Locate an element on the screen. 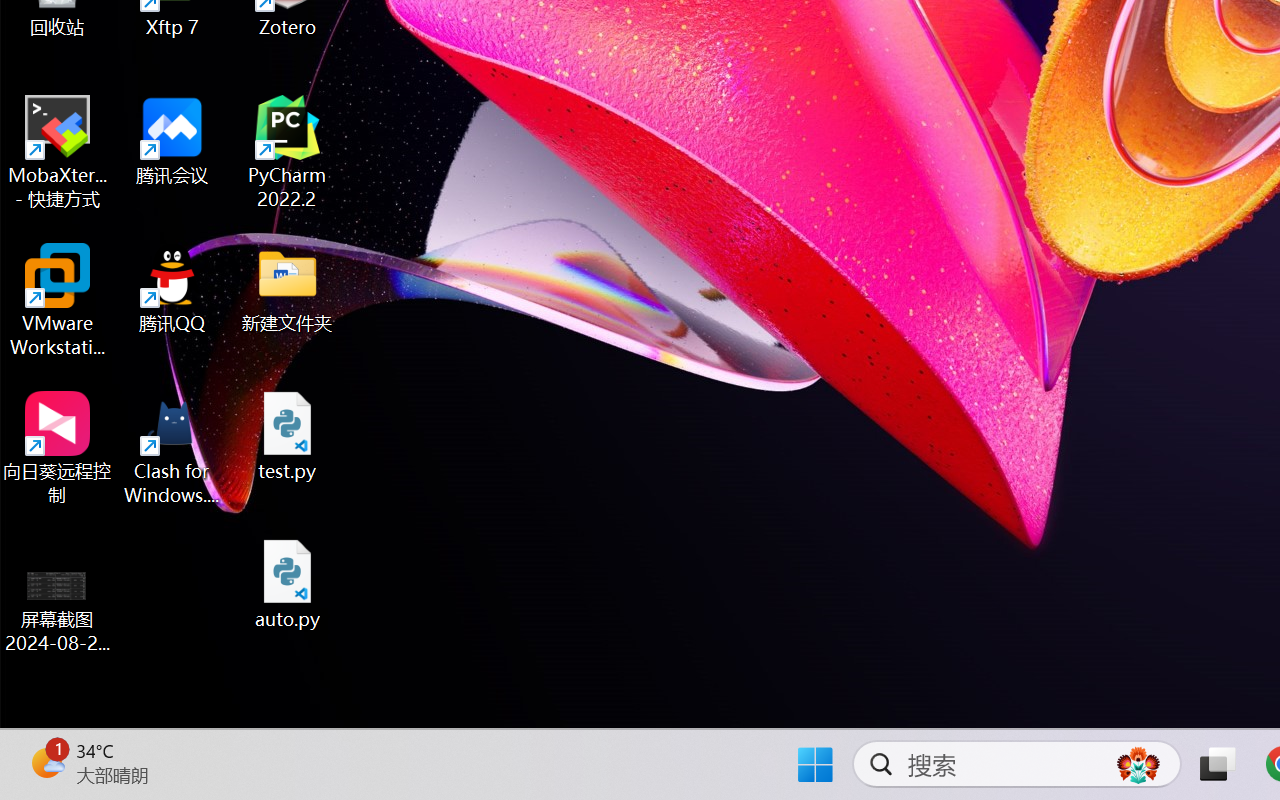  'auto.py' is located at coordinates (287, 583).